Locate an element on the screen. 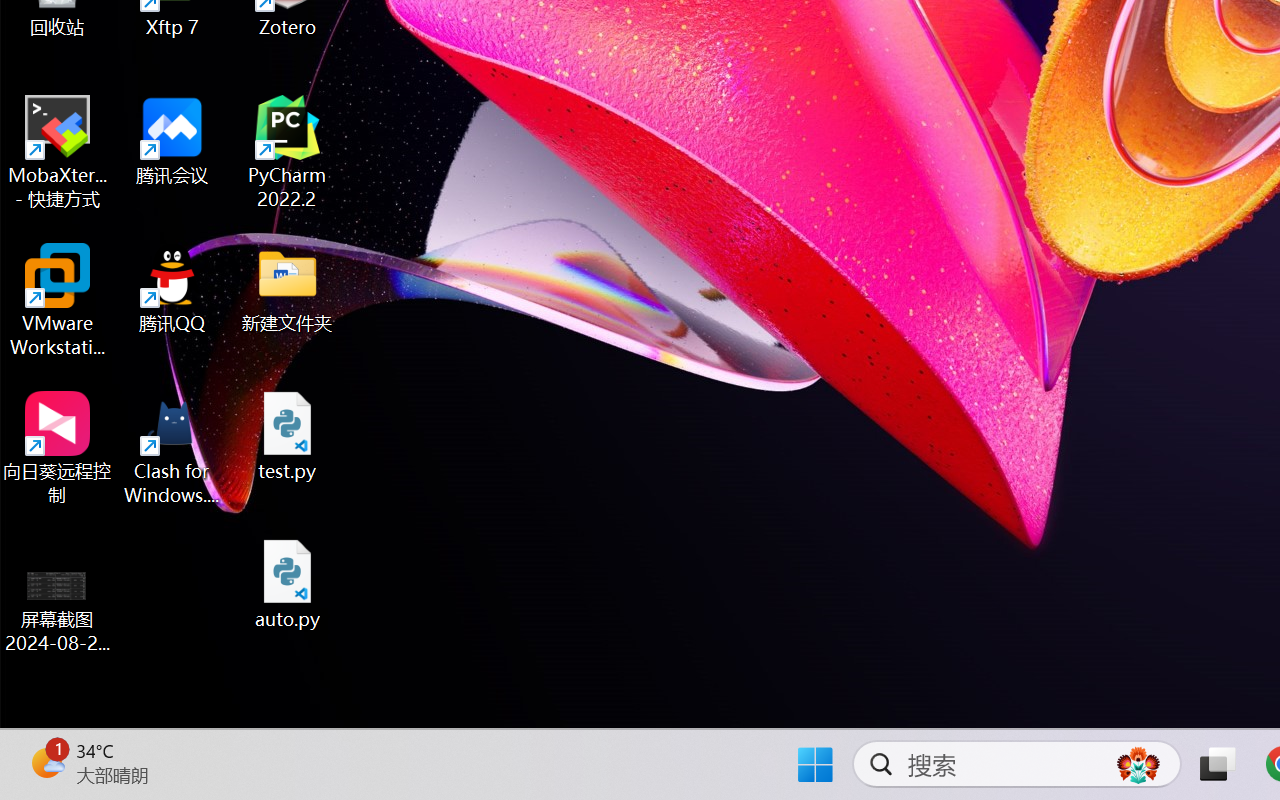  'auto.py' is located at coordinates (287, 583).